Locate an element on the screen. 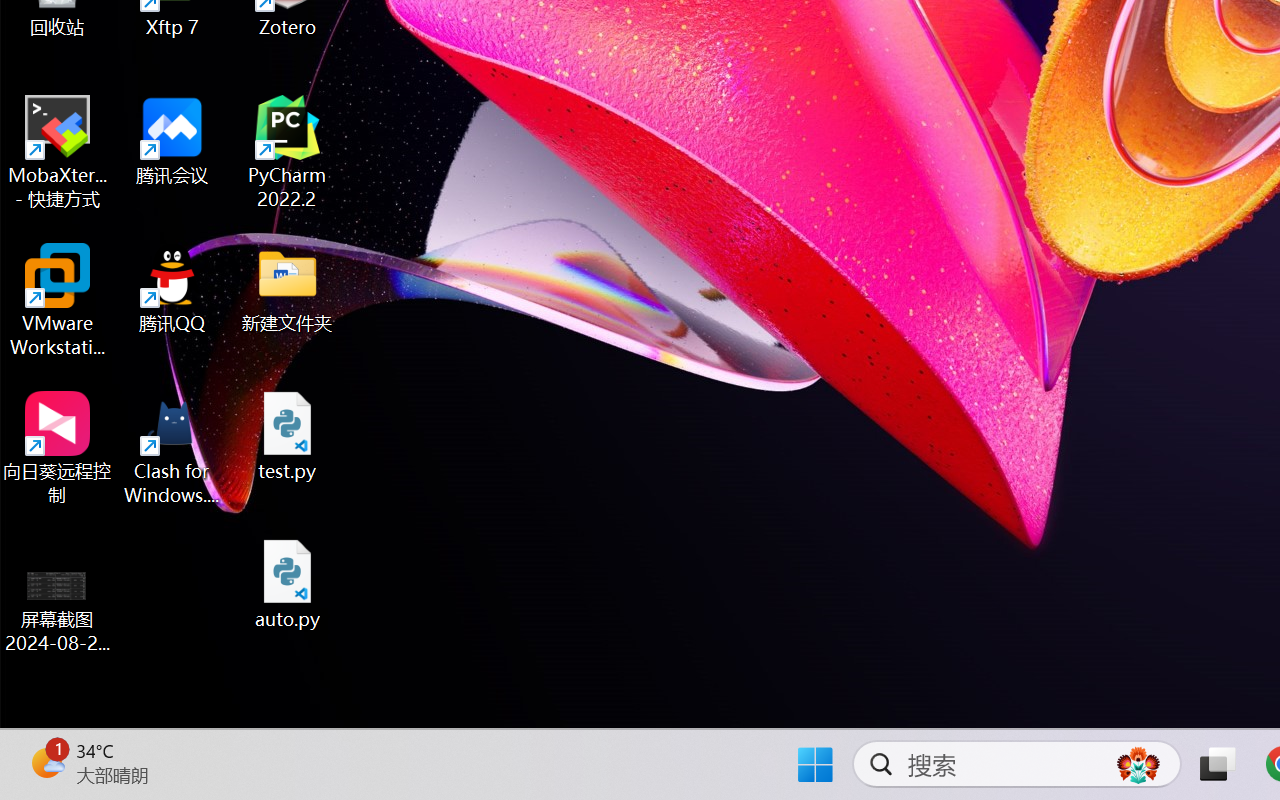  'auto.py' is located at coordinates (287, 583).